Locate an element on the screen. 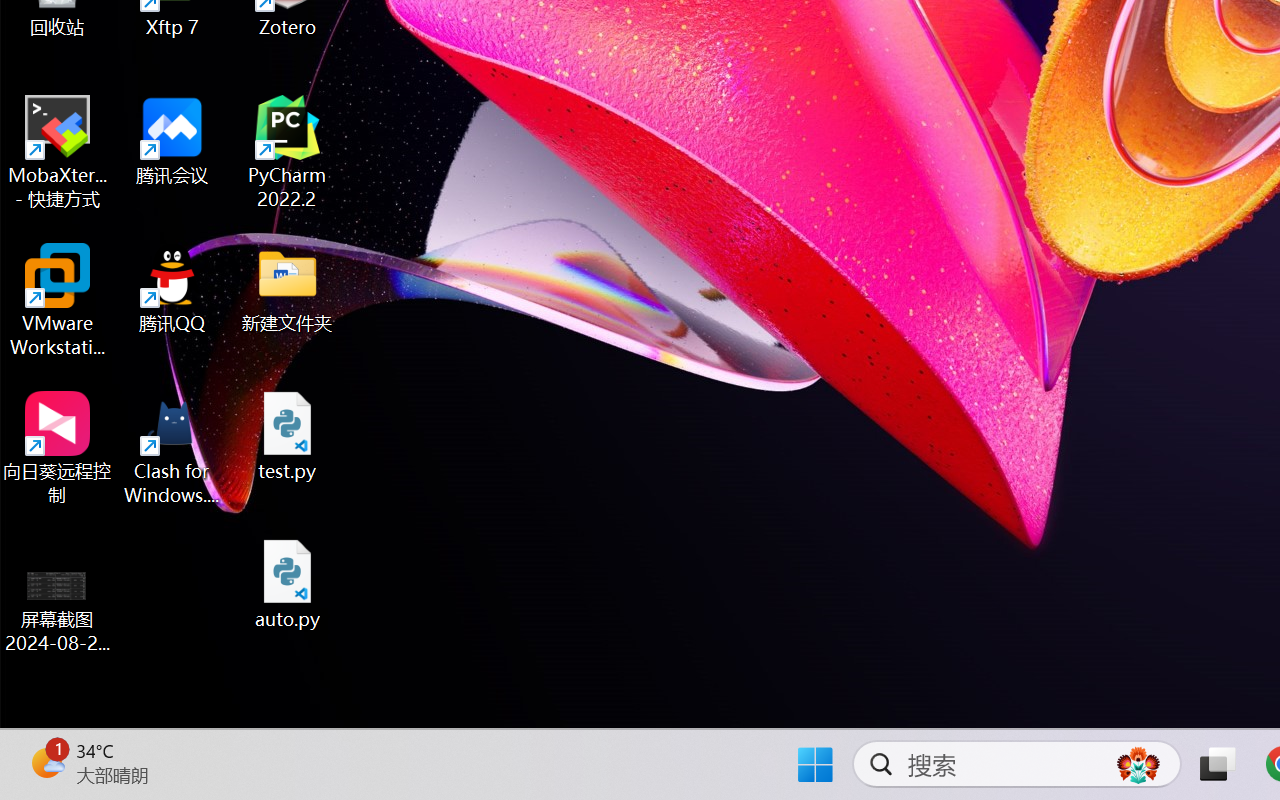  'auto.py' is located at coordinates (287, 583).